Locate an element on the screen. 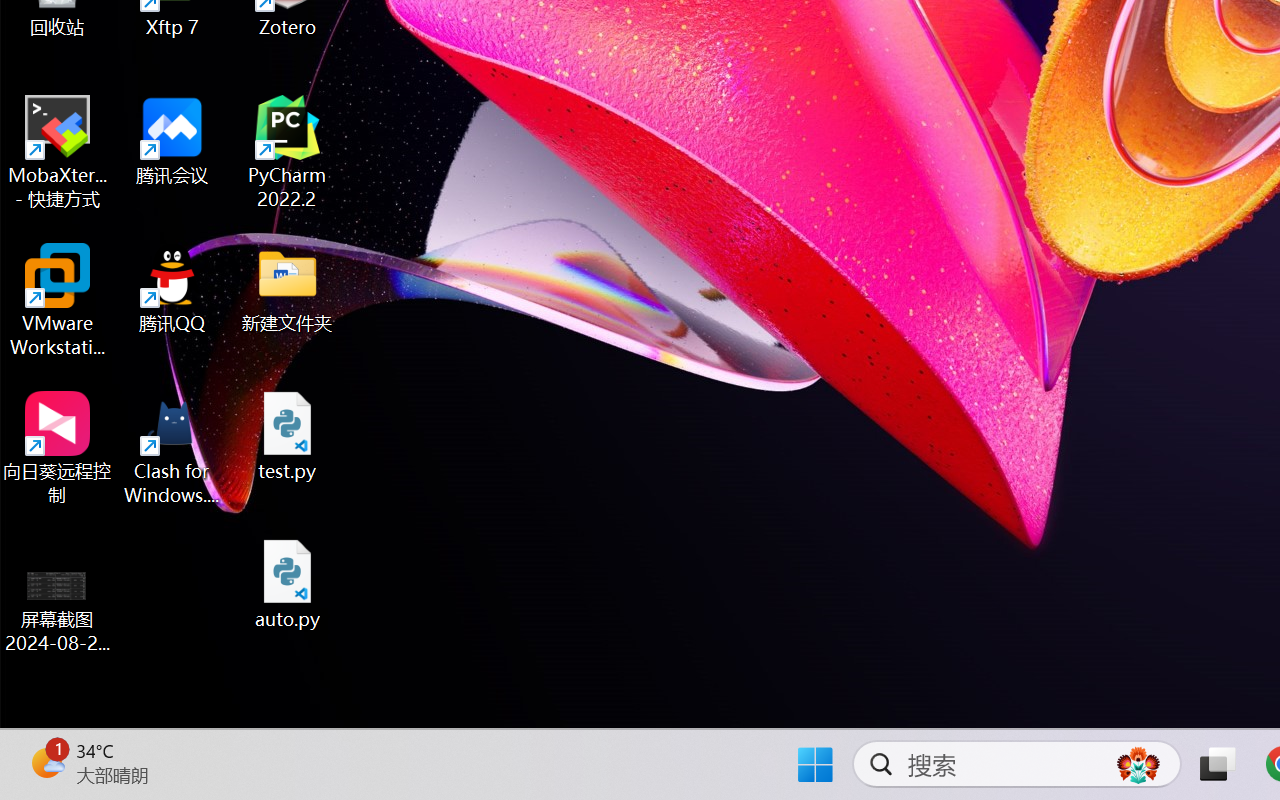  'auto.py' is located at coordinates (287, 583).